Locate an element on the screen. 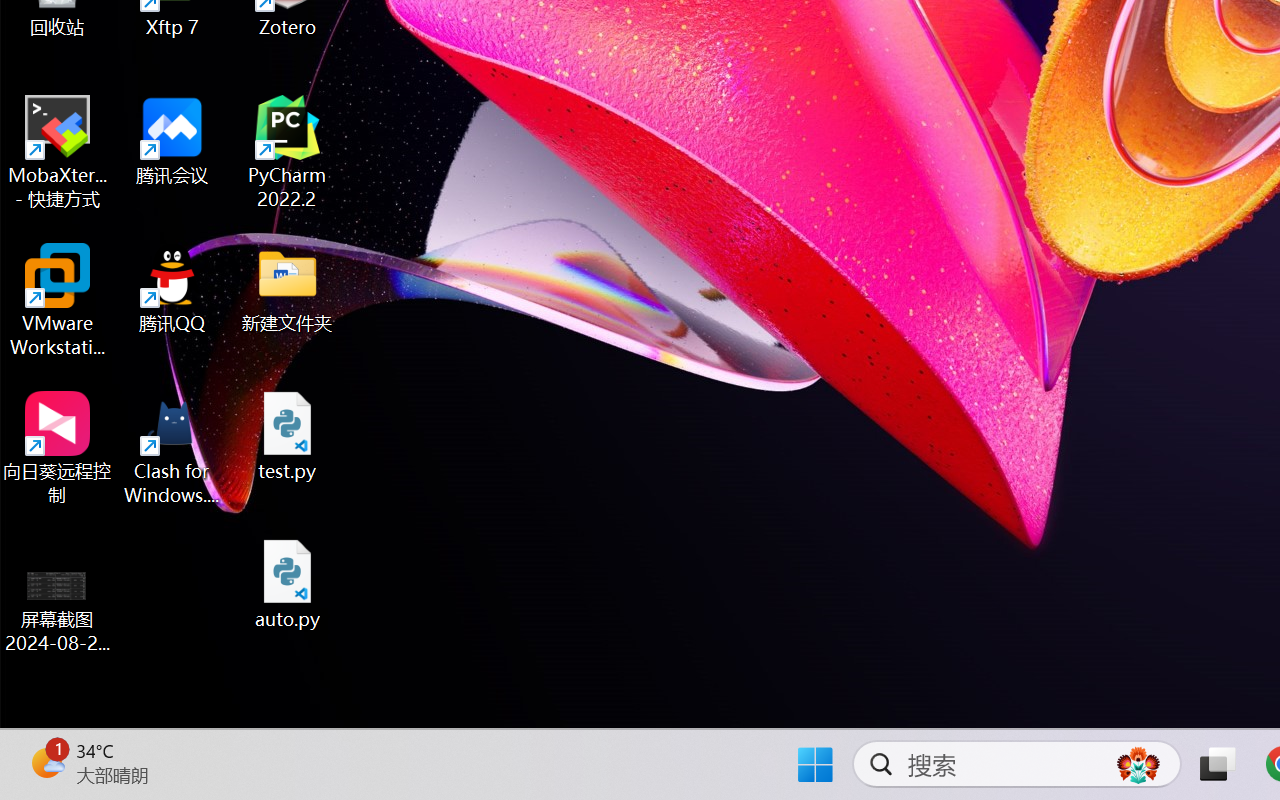  'auto.py' is located at coordinates (287, 583).